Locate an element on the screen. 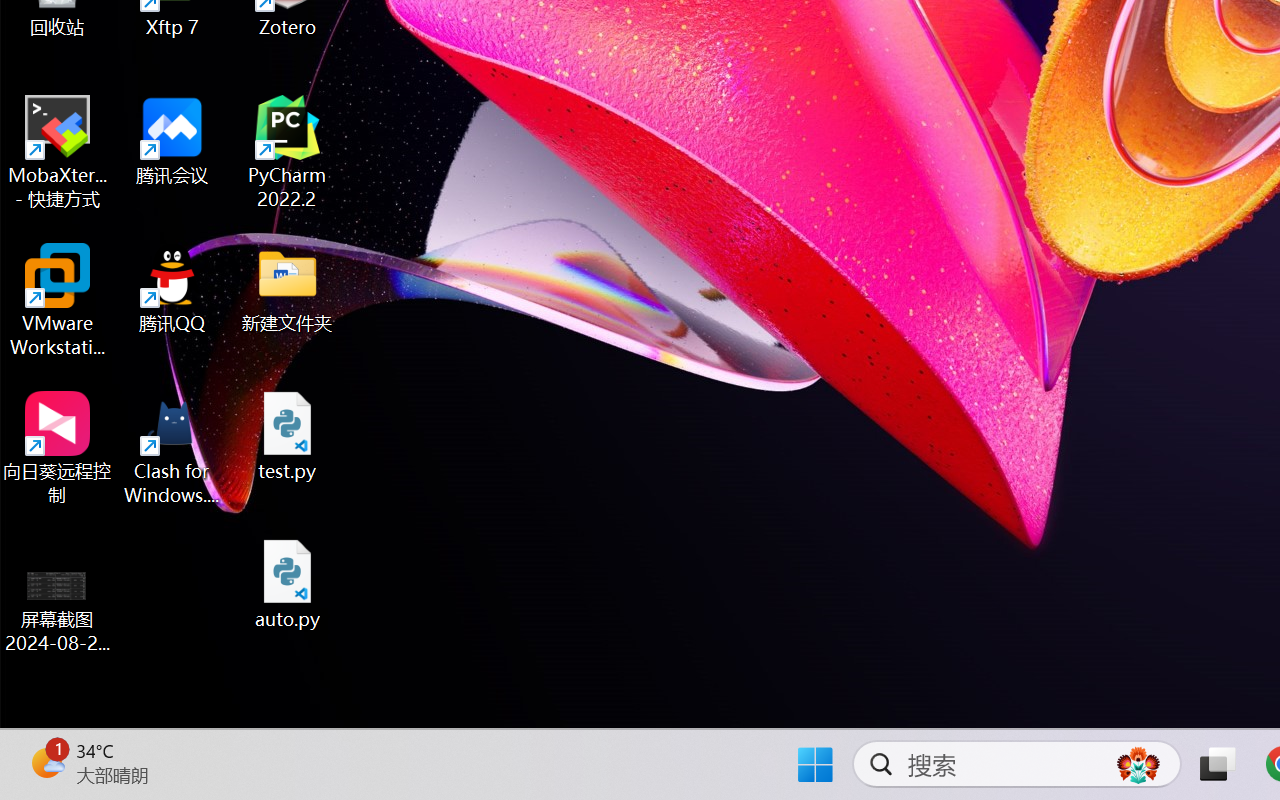  'auto.py' is located at coordinates (287, 583).